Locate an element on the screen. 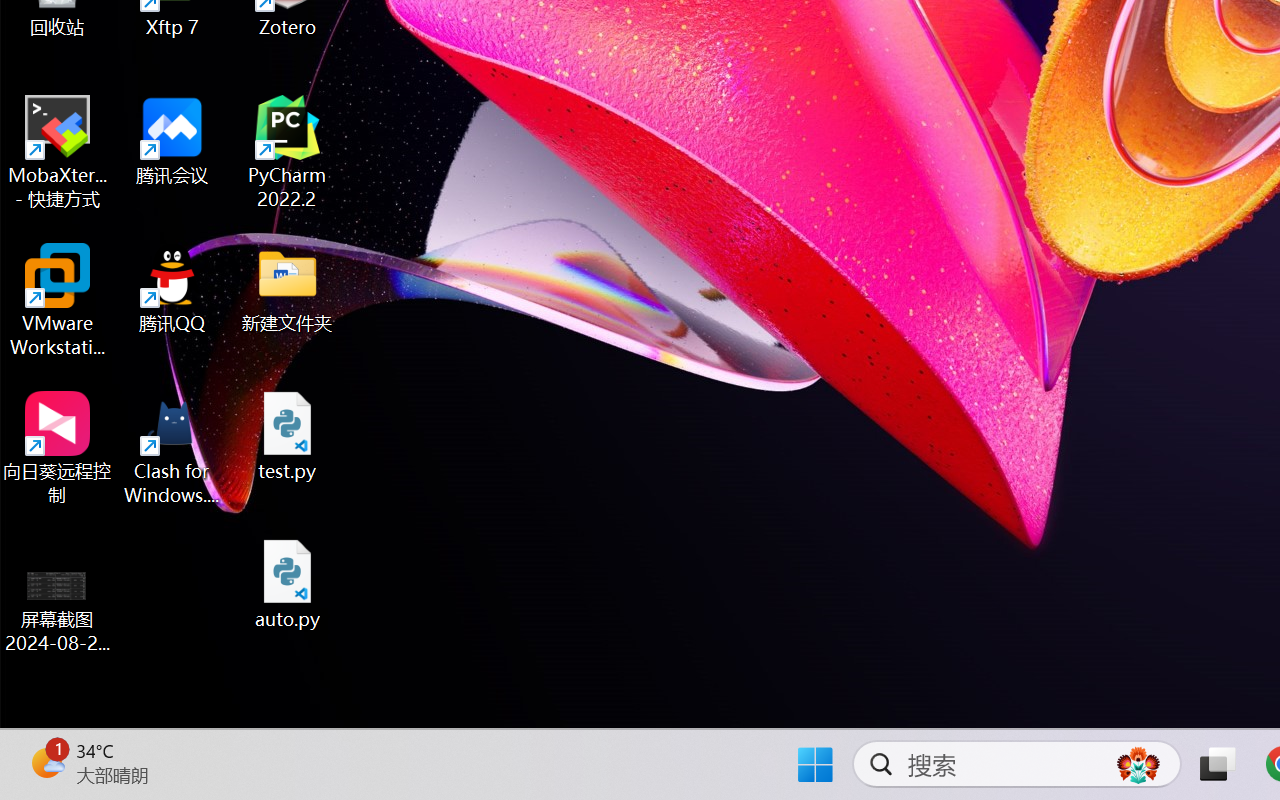  'auto.py' is located at coordinates (287, 583).